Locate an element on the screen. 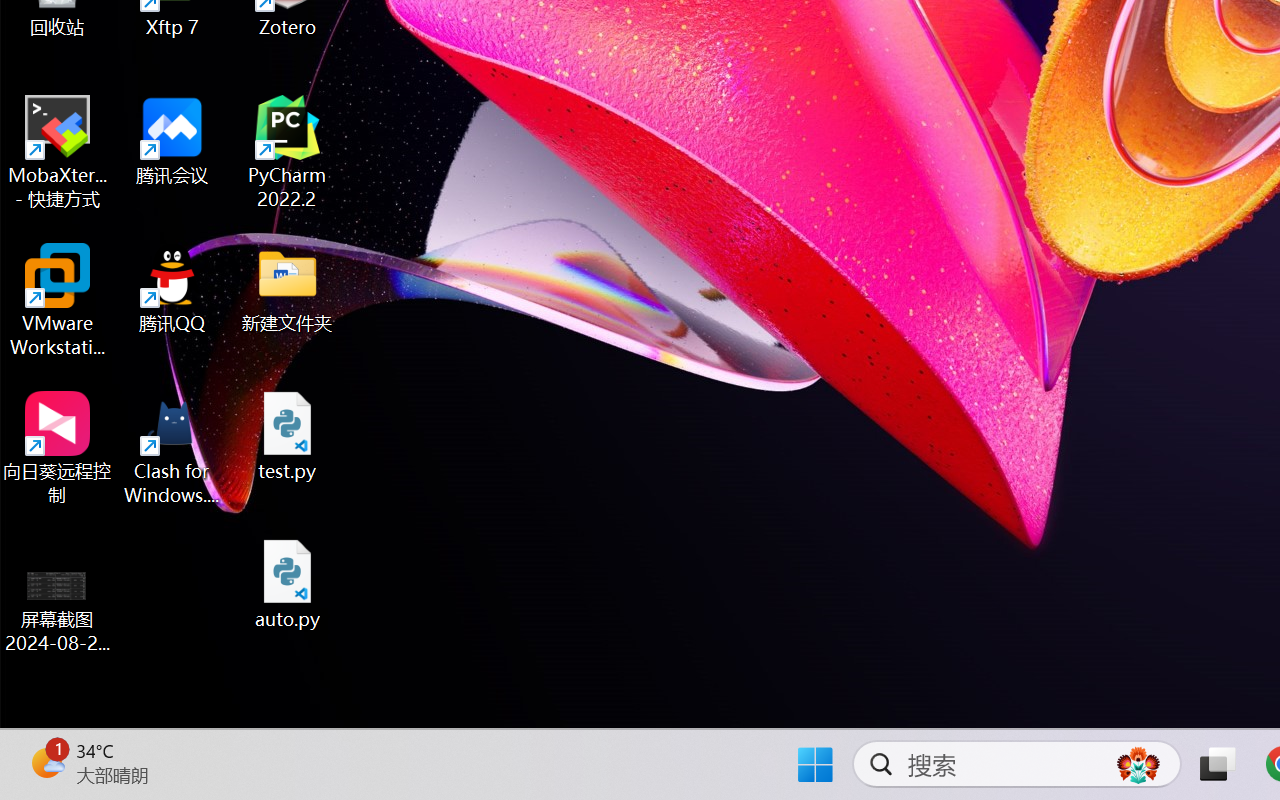  'auto.py' is located at coordinates (287, 583).